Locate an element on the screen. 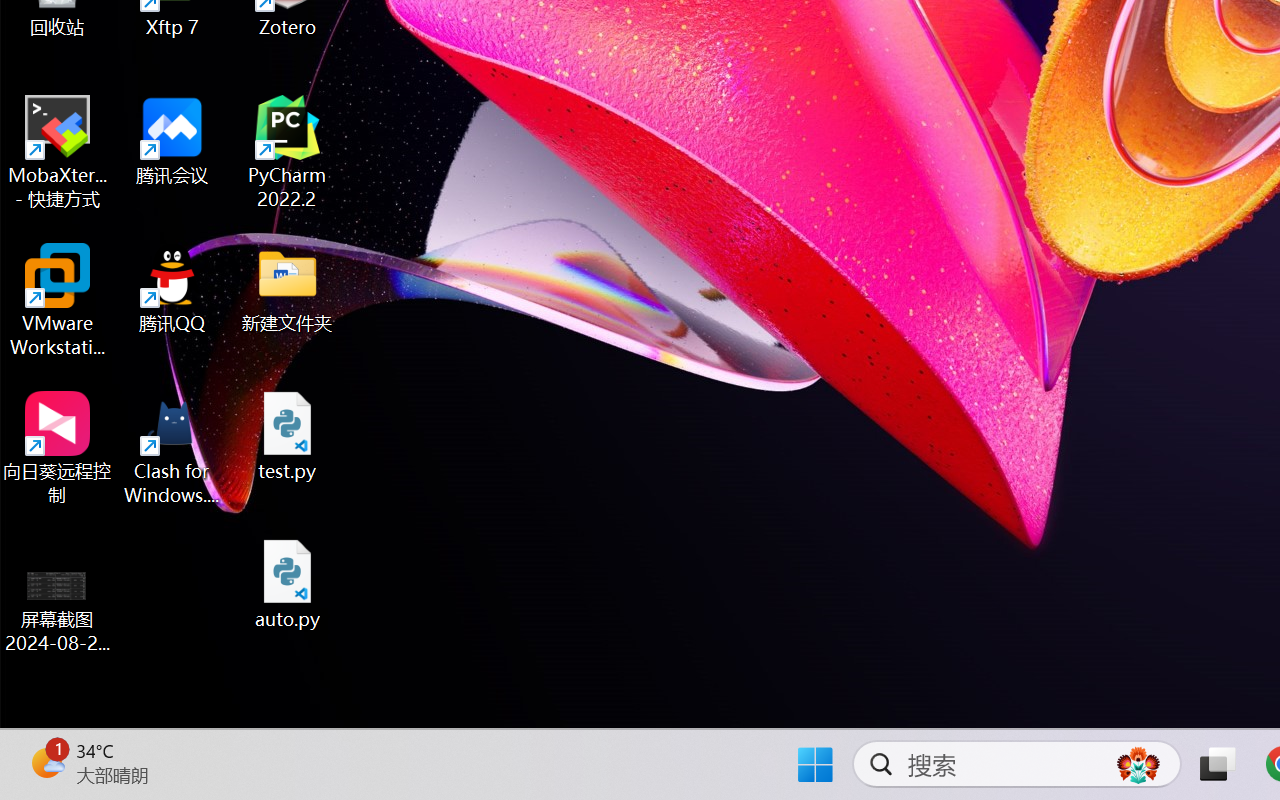  'auto.py' is located at coordinates (287, 583).